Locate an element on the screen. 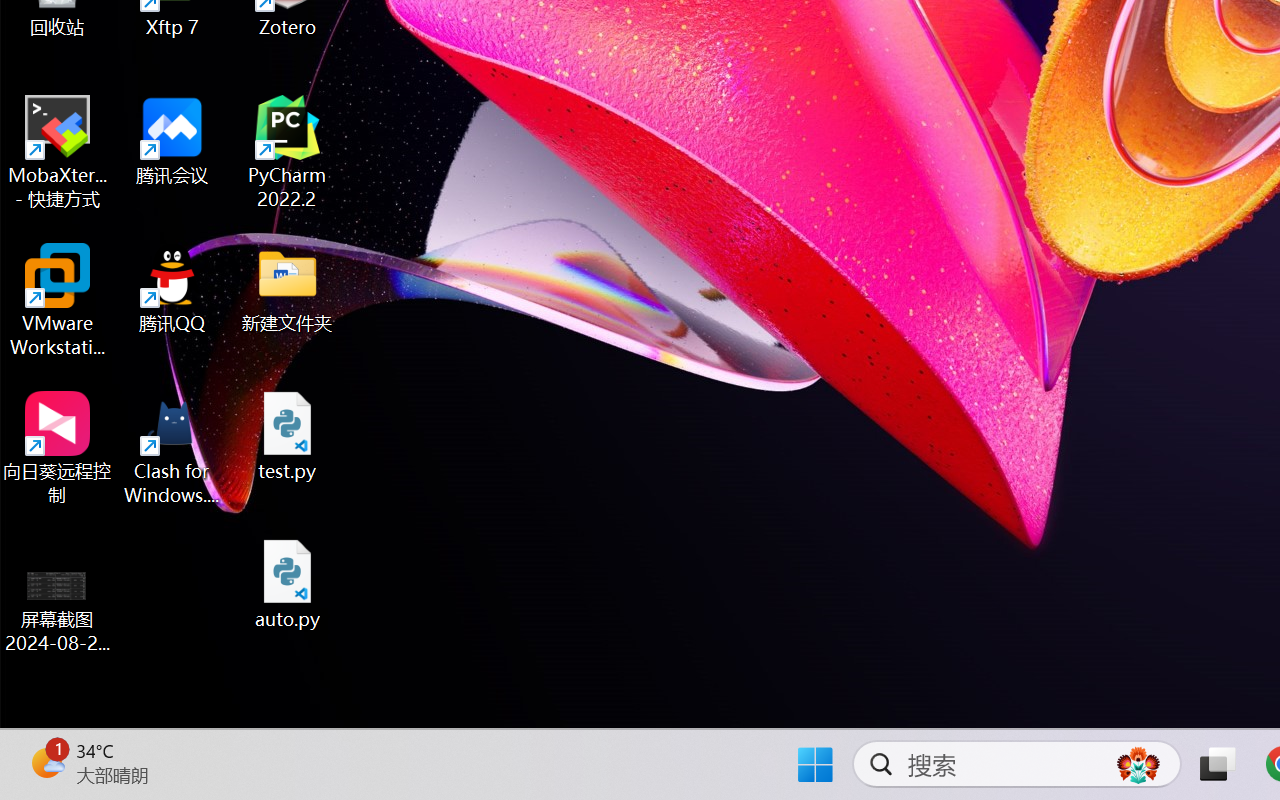  'auto.py' is located at coordinates (287, 583).